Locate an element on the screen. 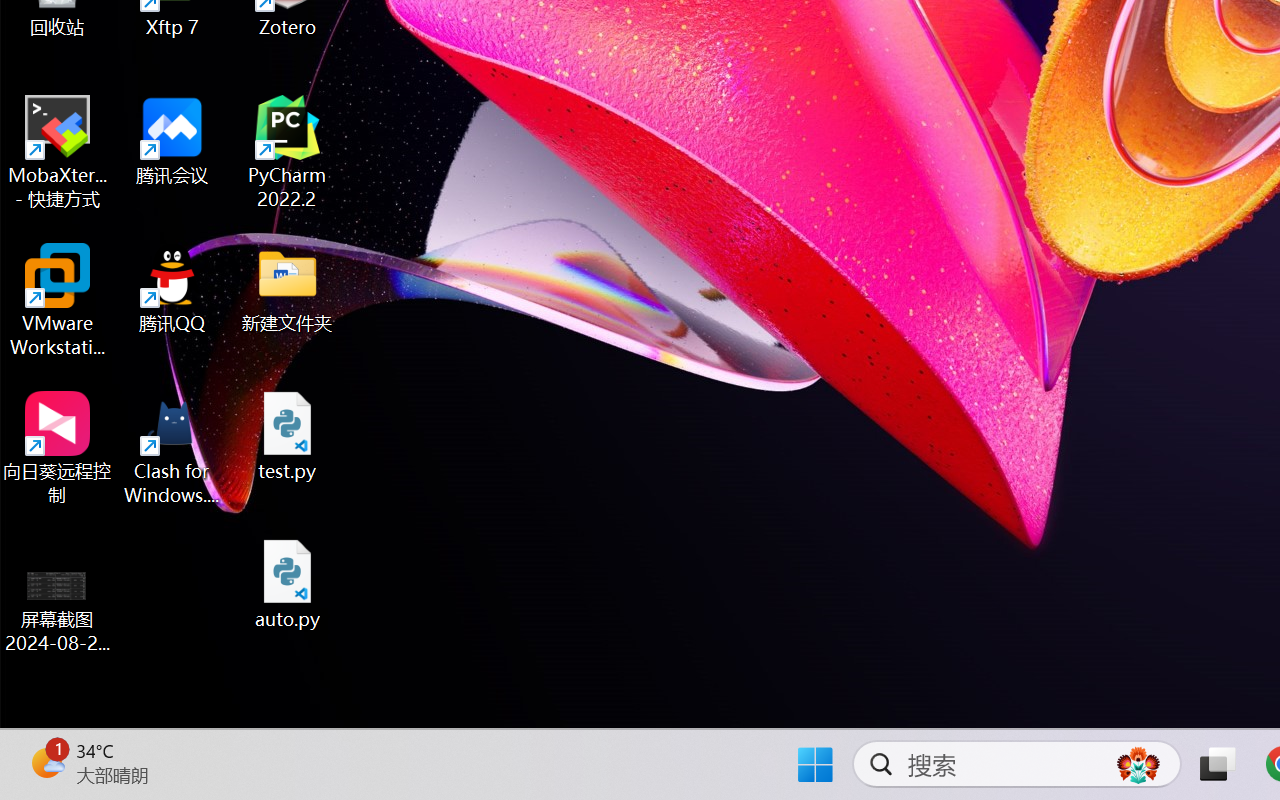  'auto.py' is located at coordinates (287, 583).